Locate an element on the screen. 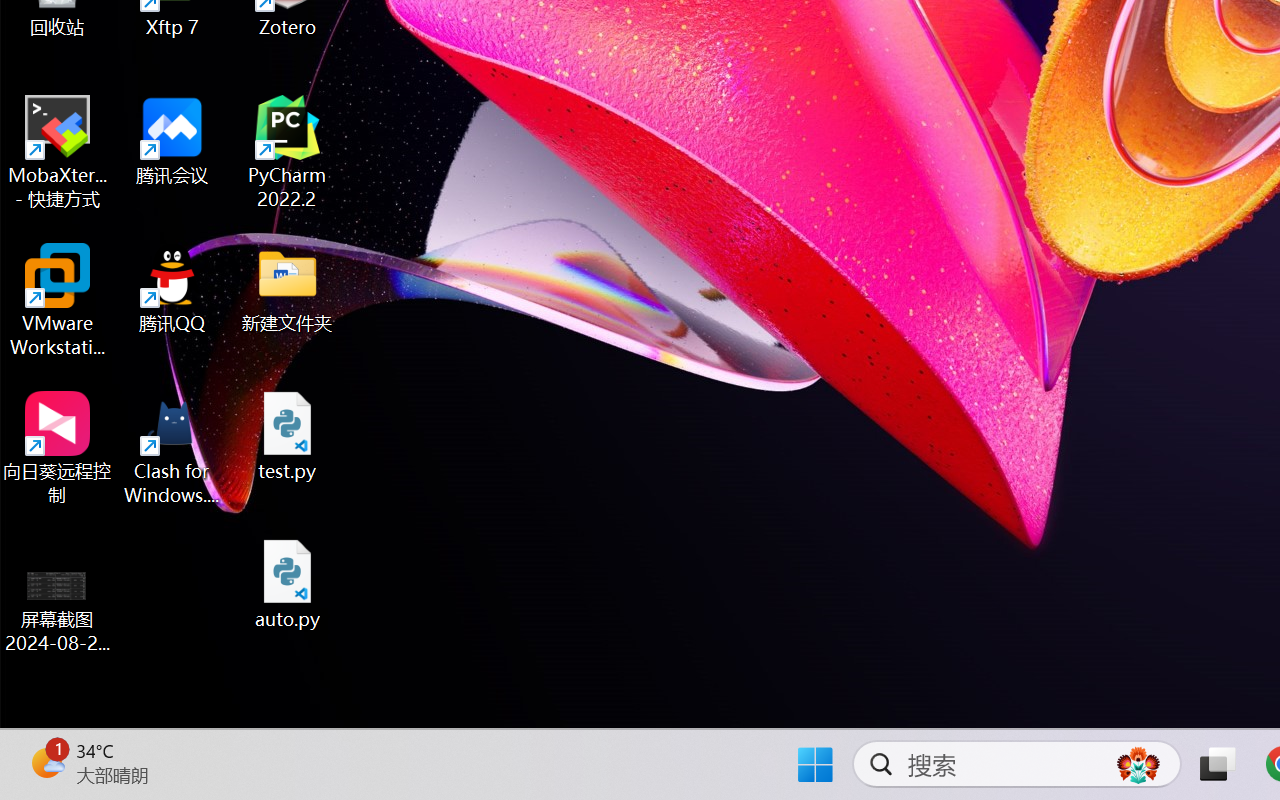  'auto.py' is located at coordinates (287, 583).